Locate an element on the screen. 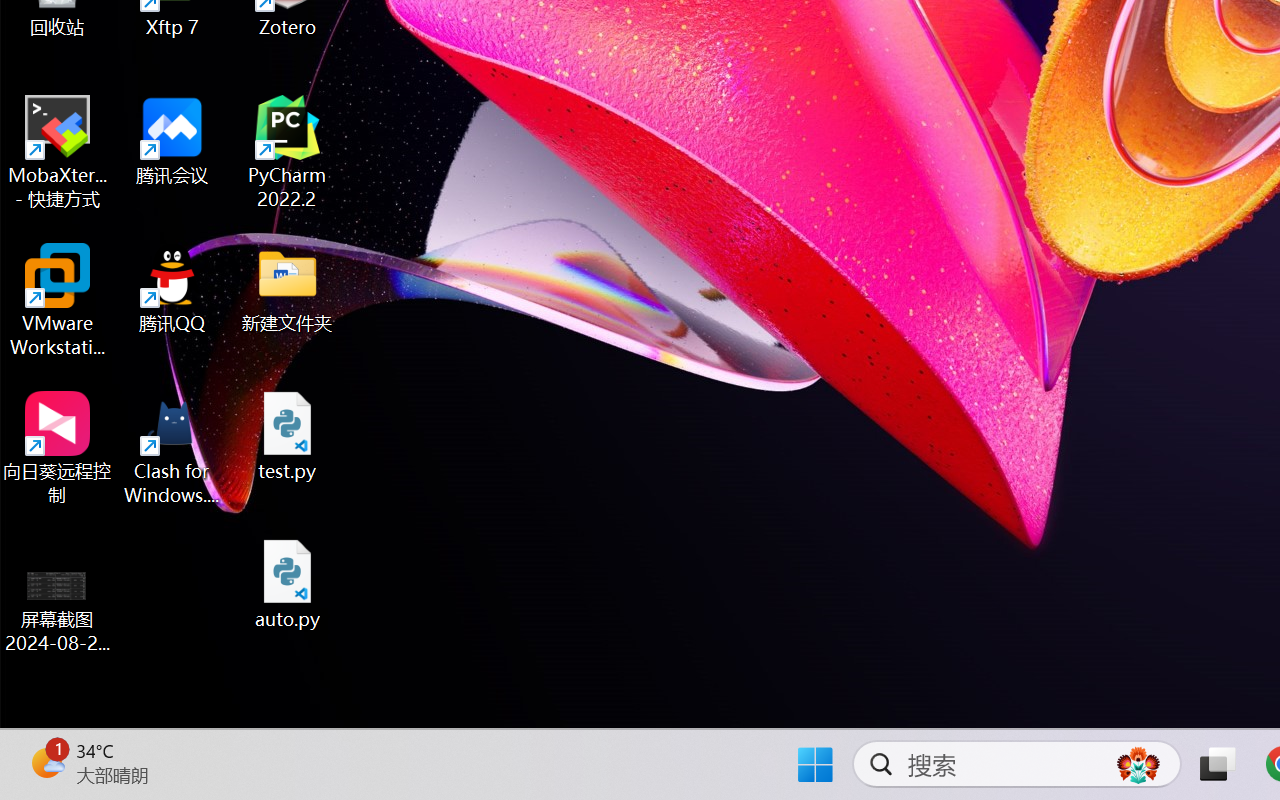  'auto.py' is located at coordinates (287, 583).